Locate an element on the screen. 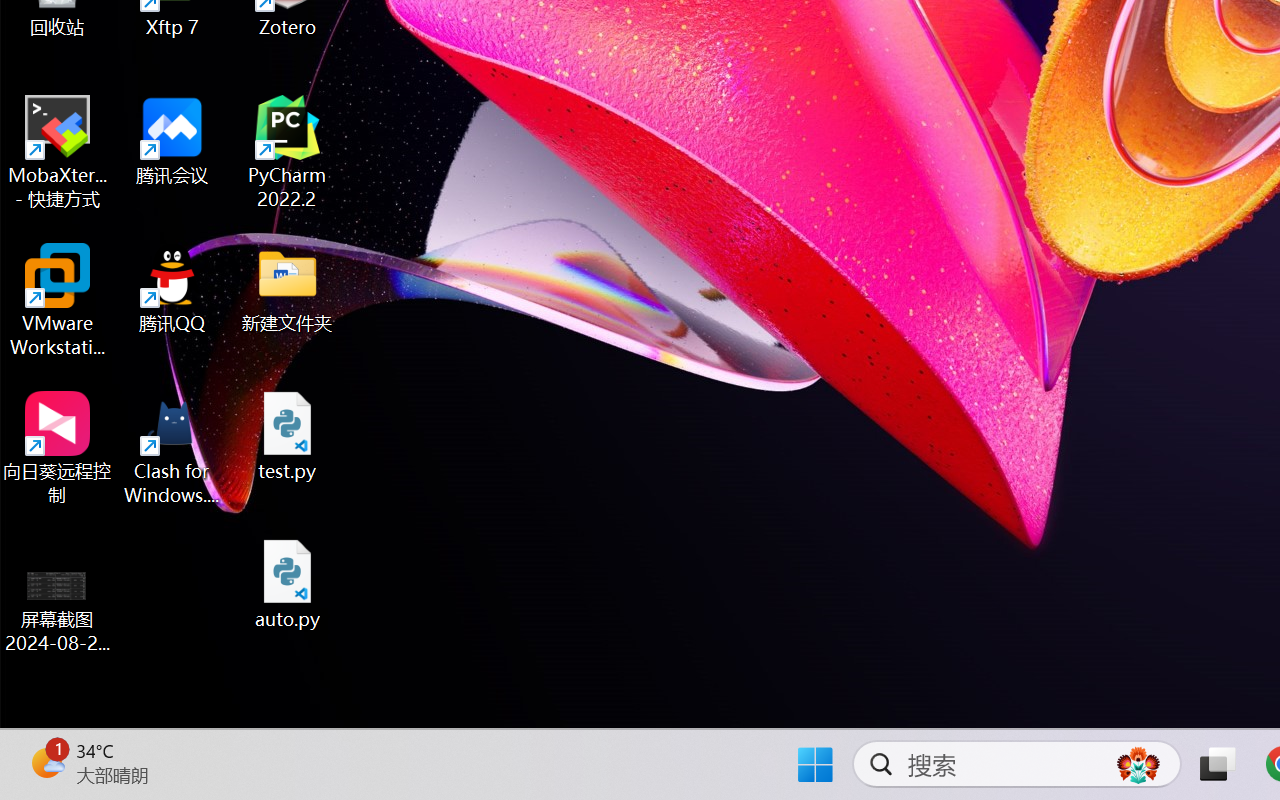  'auto.py' is located at coordinates (287, 583).